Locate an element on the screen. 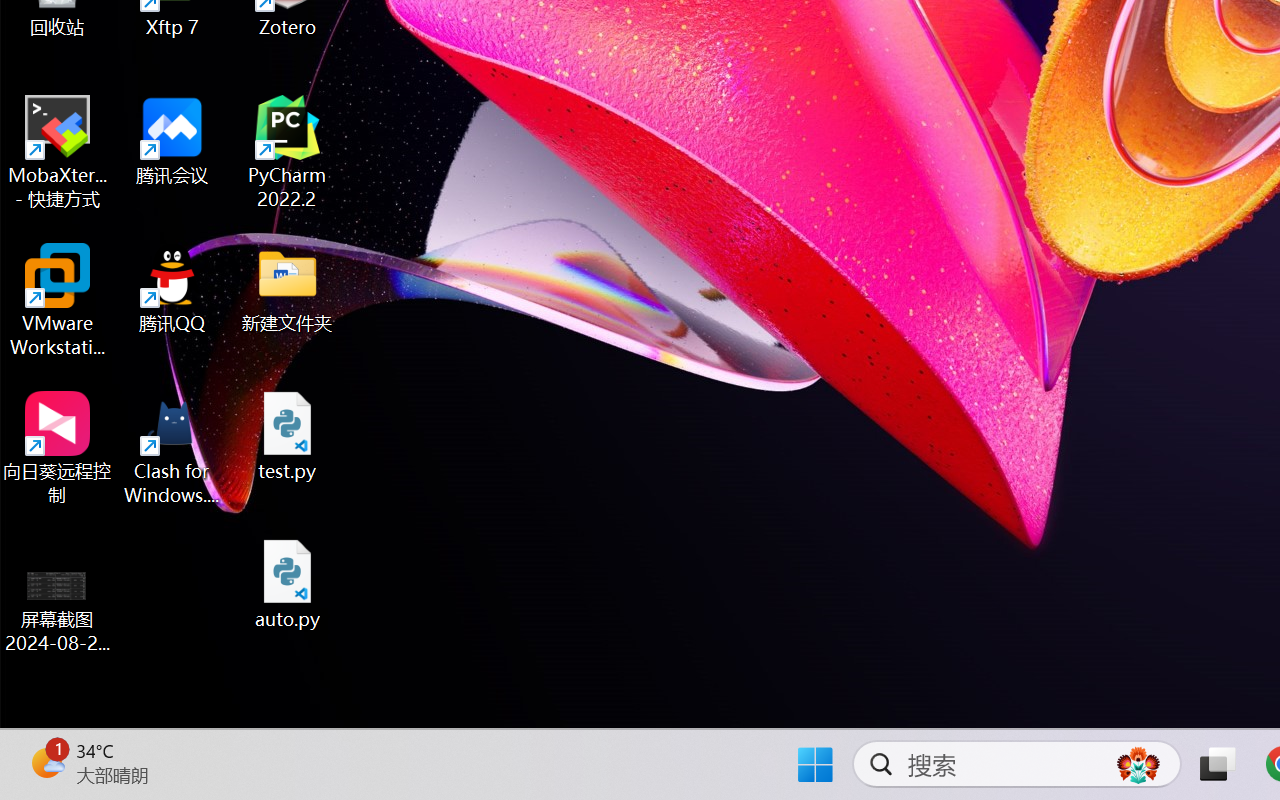  'auto.py' is located at coordinates (287, 583).